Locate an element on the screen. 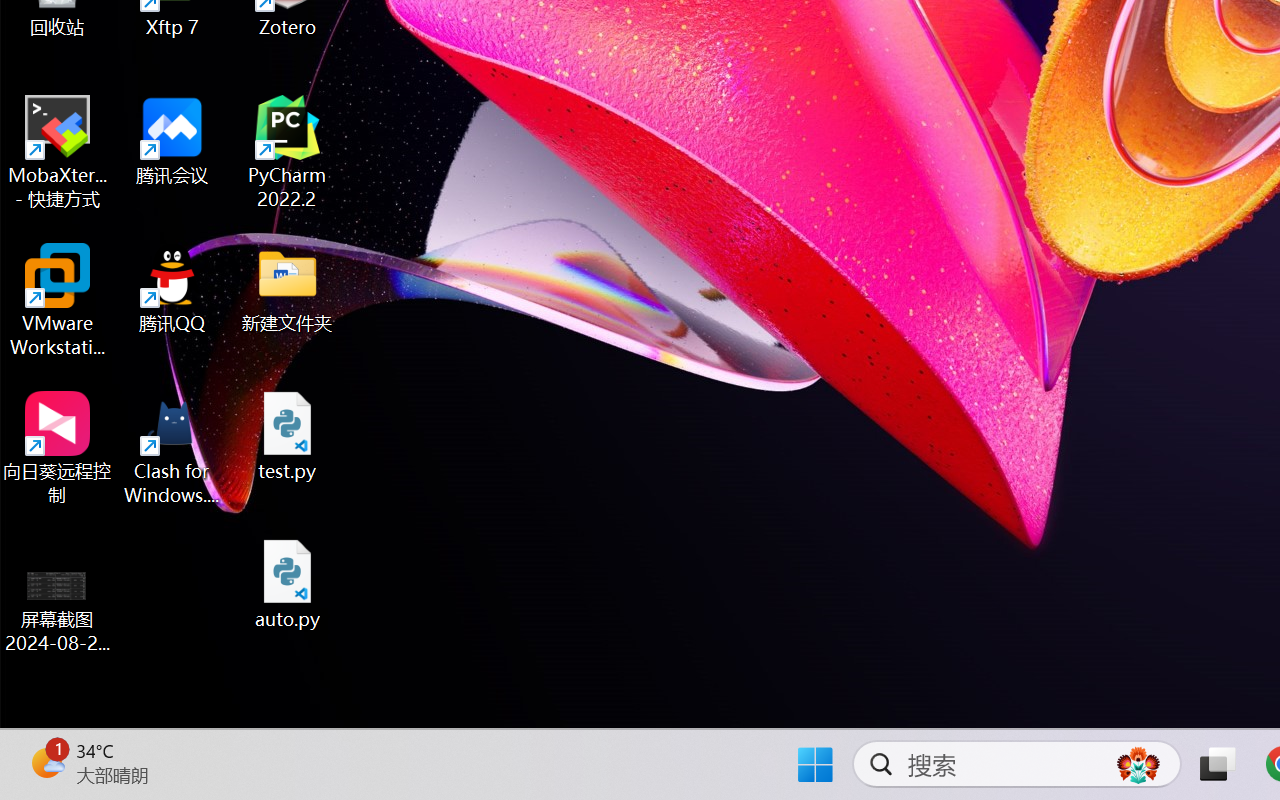  'auto.py' is located at coordinates (287, 583).